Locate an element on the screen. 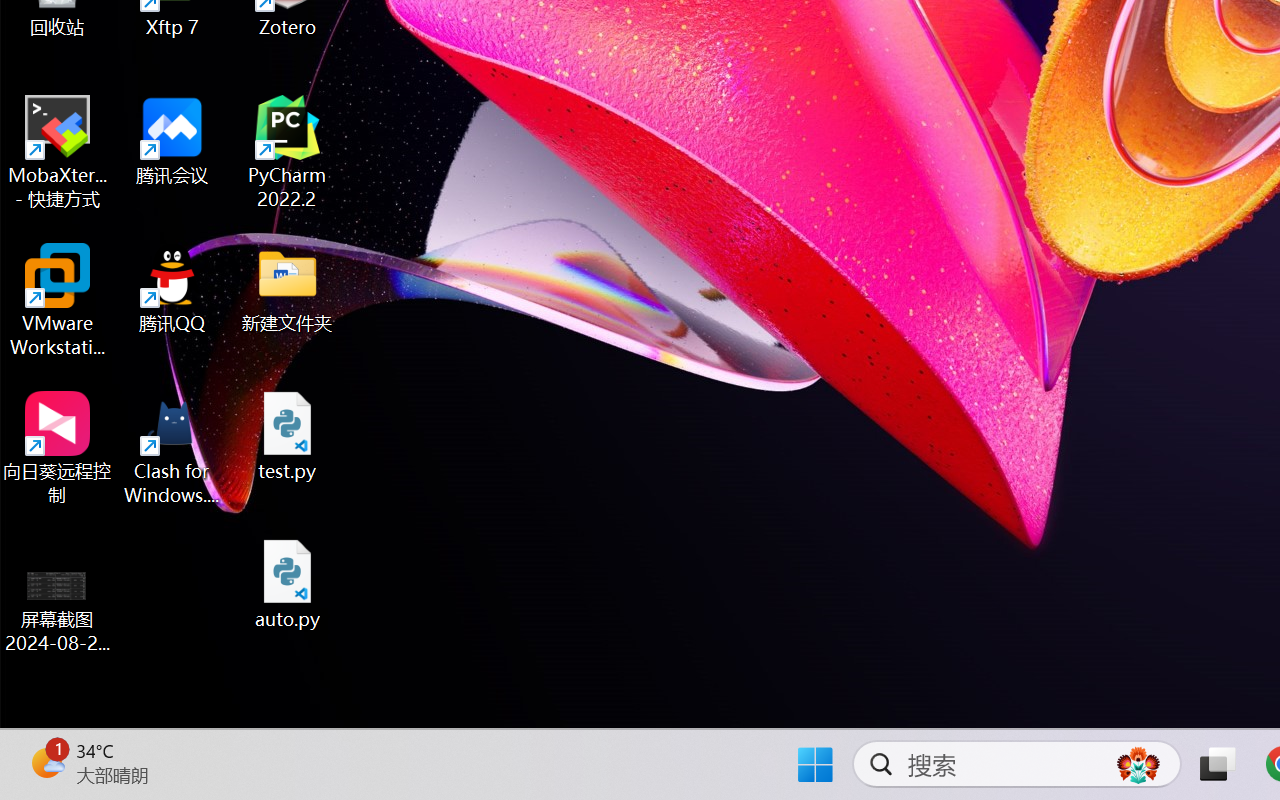  'auto.py' is located at coordinates (287, 583).